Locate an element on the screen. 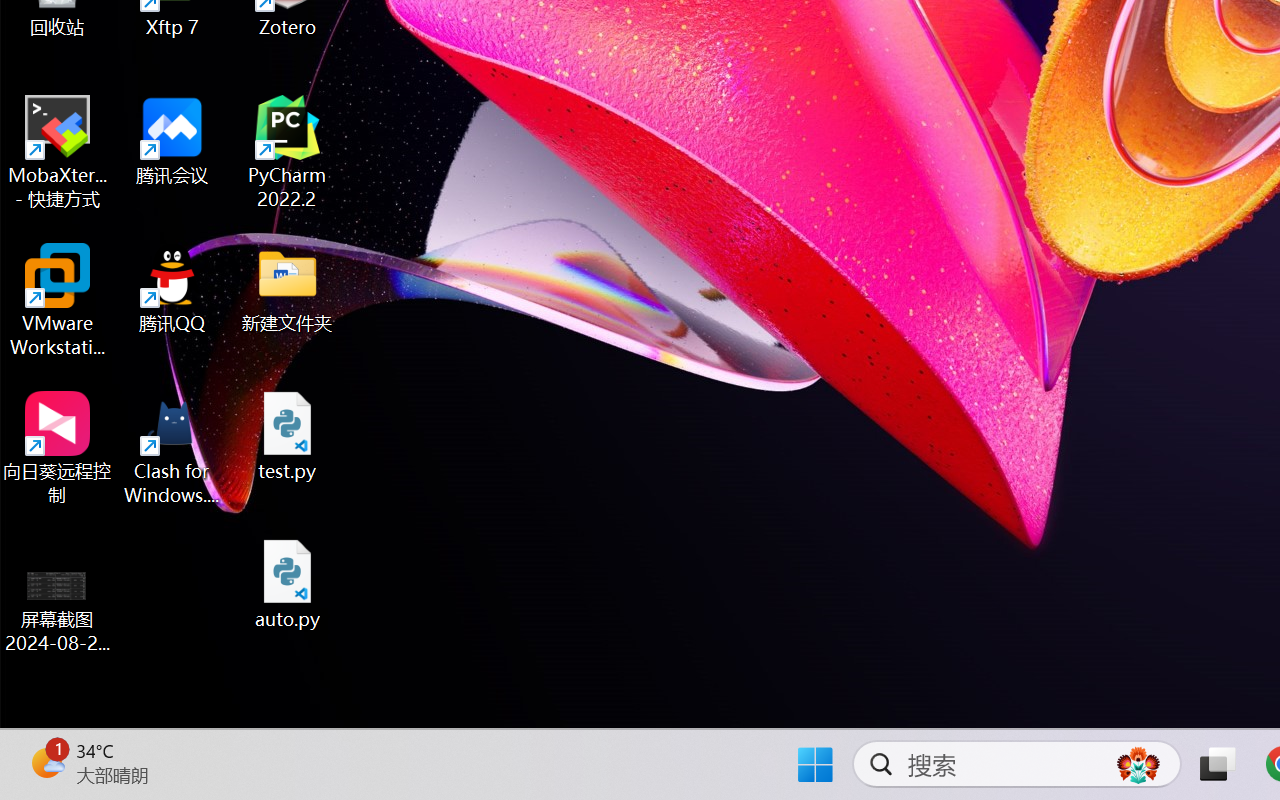  'auto.py' is located at coordinates (287, 583).